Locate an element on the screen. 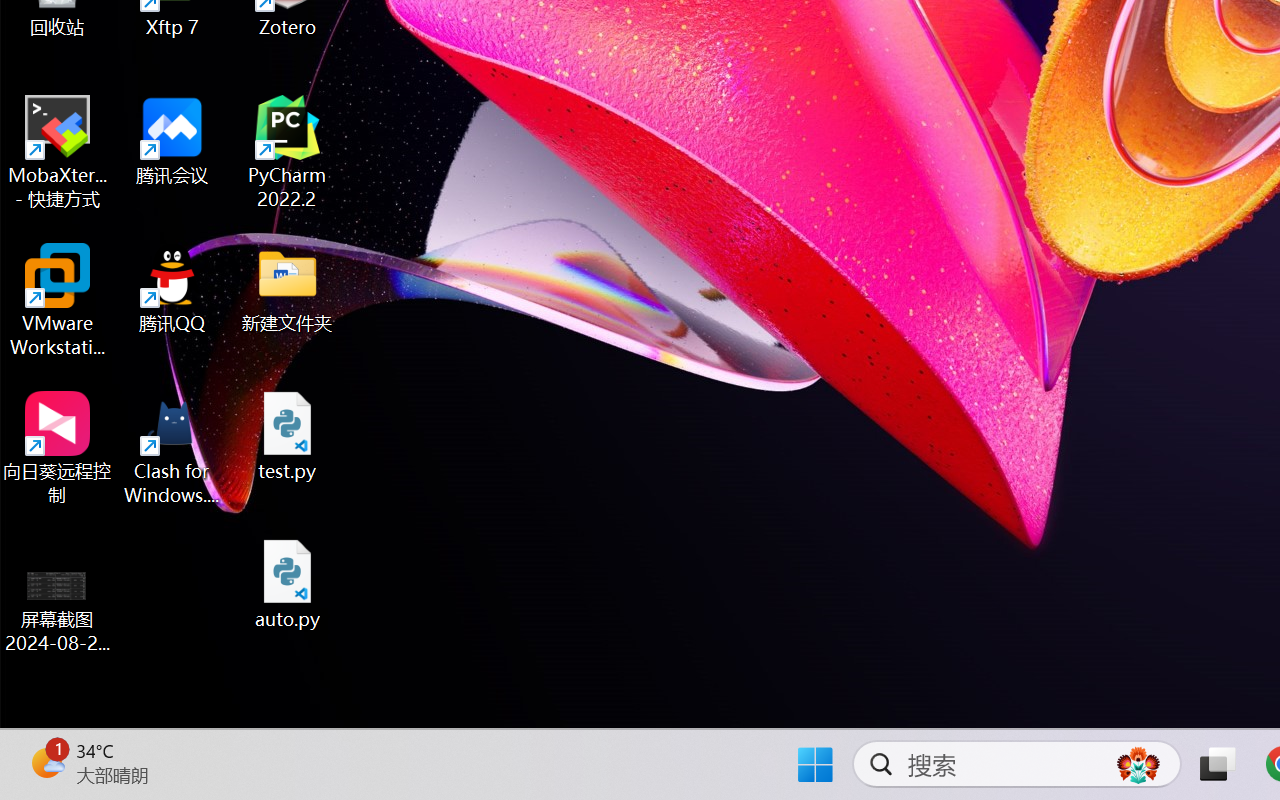  'auto.py' is located at coordinates (287, 583).